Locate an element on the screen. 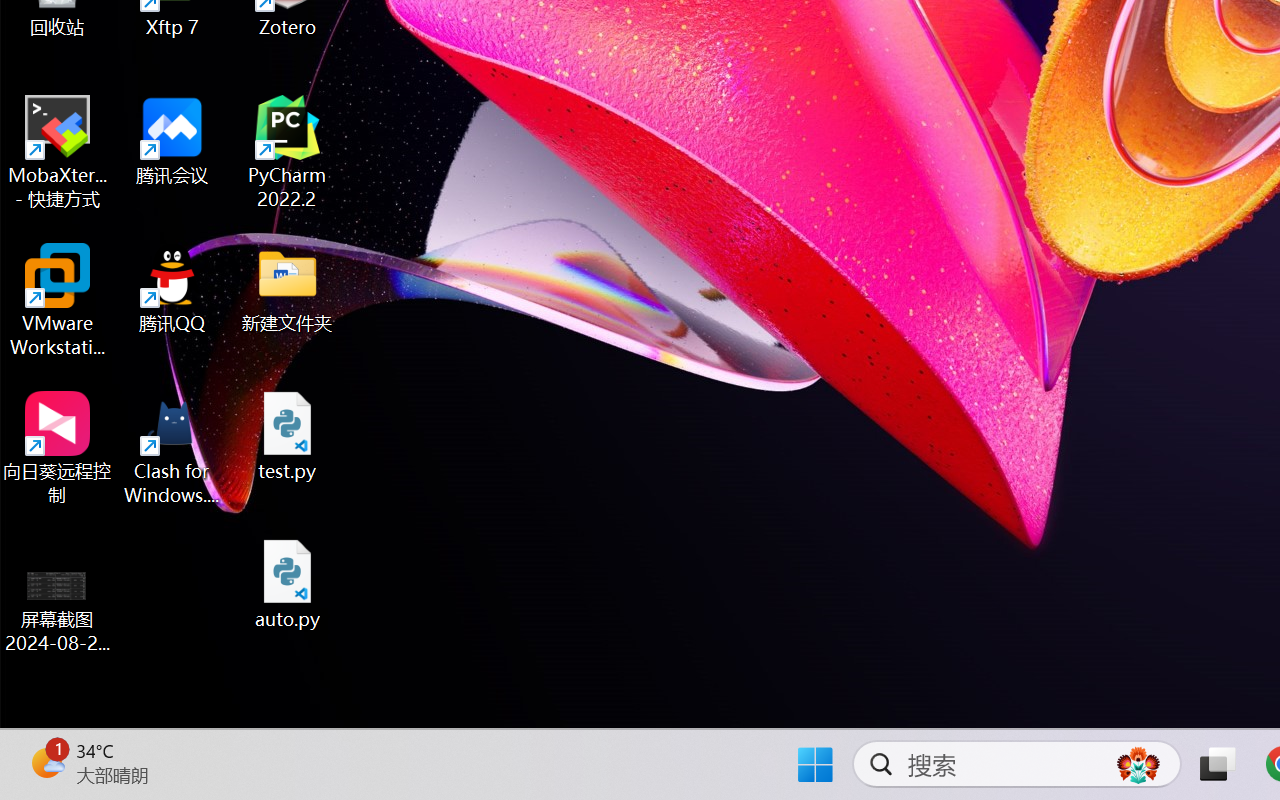  'auto.py' is located at coordinates (287, 583).